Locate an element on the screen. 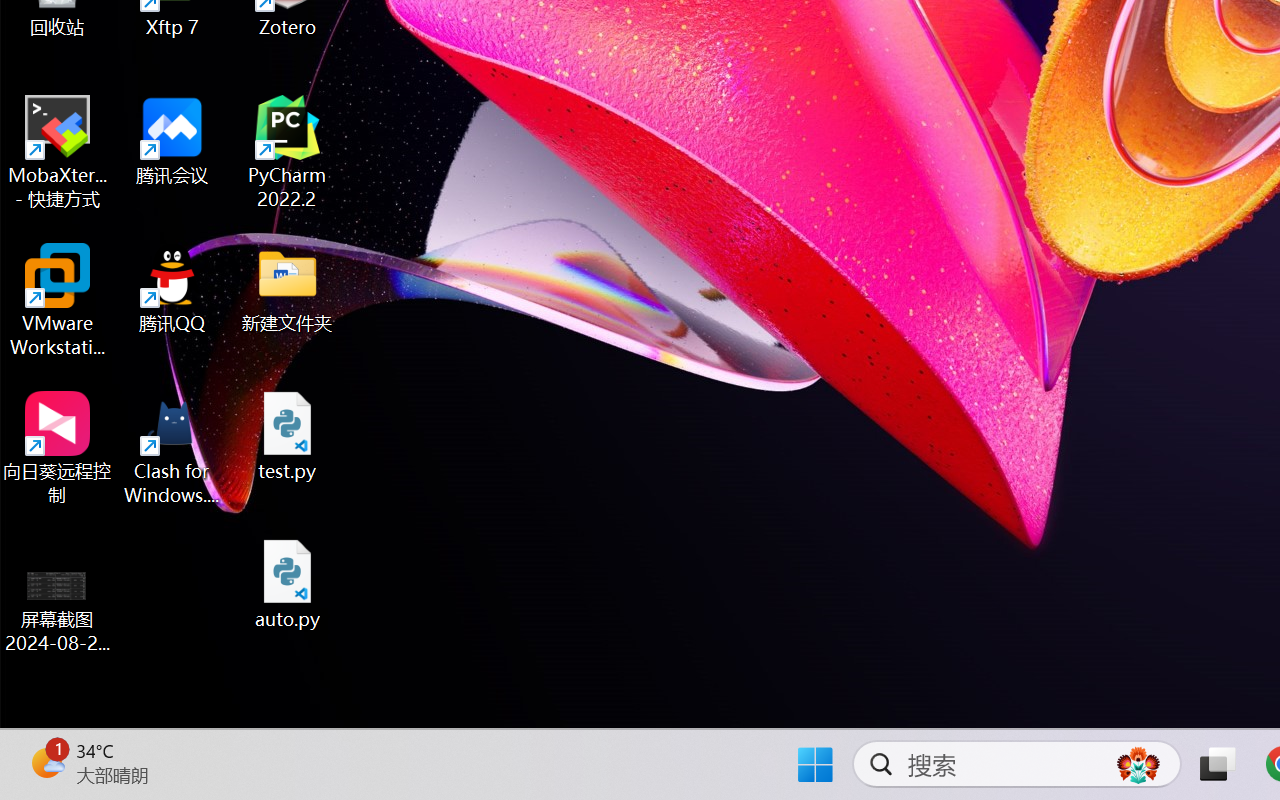  'auto.py' is located at coordinates (287, 583).